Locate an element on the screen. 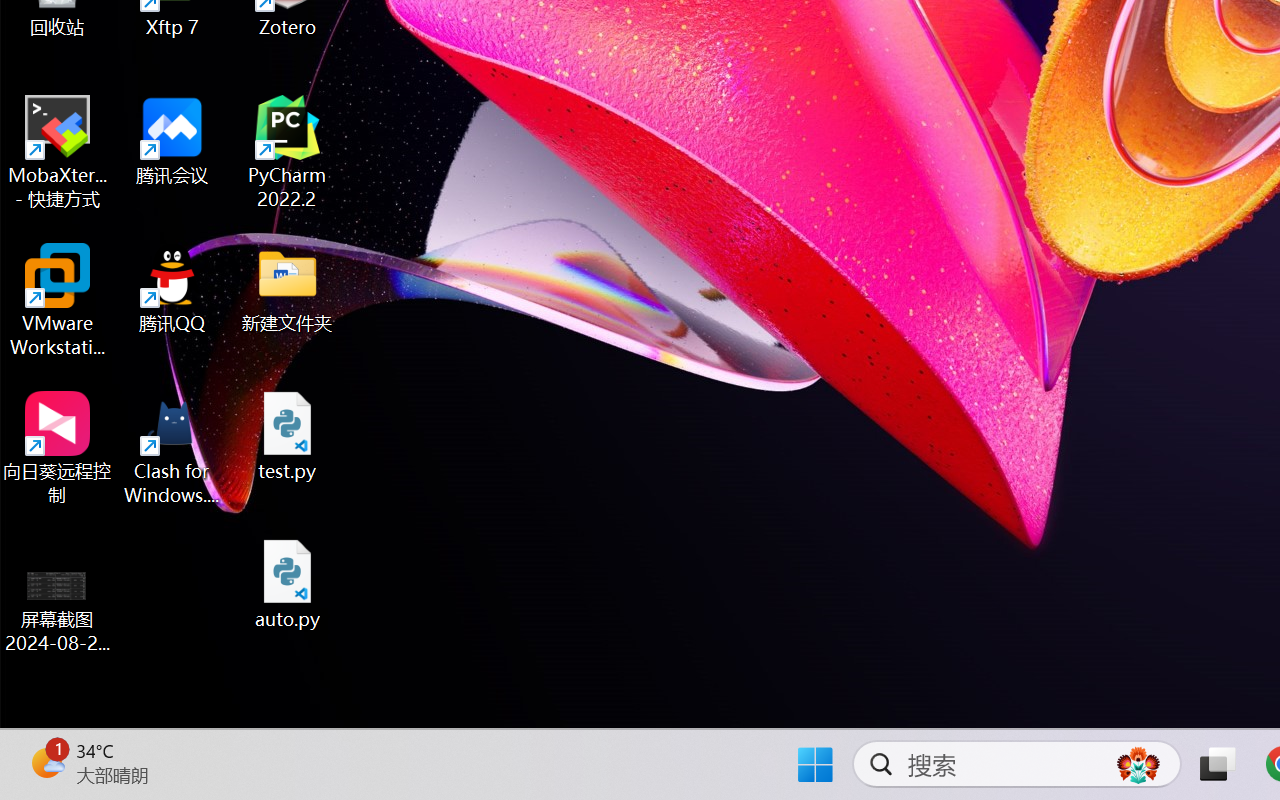  'auto.py' is located at coordinates (287, 583).